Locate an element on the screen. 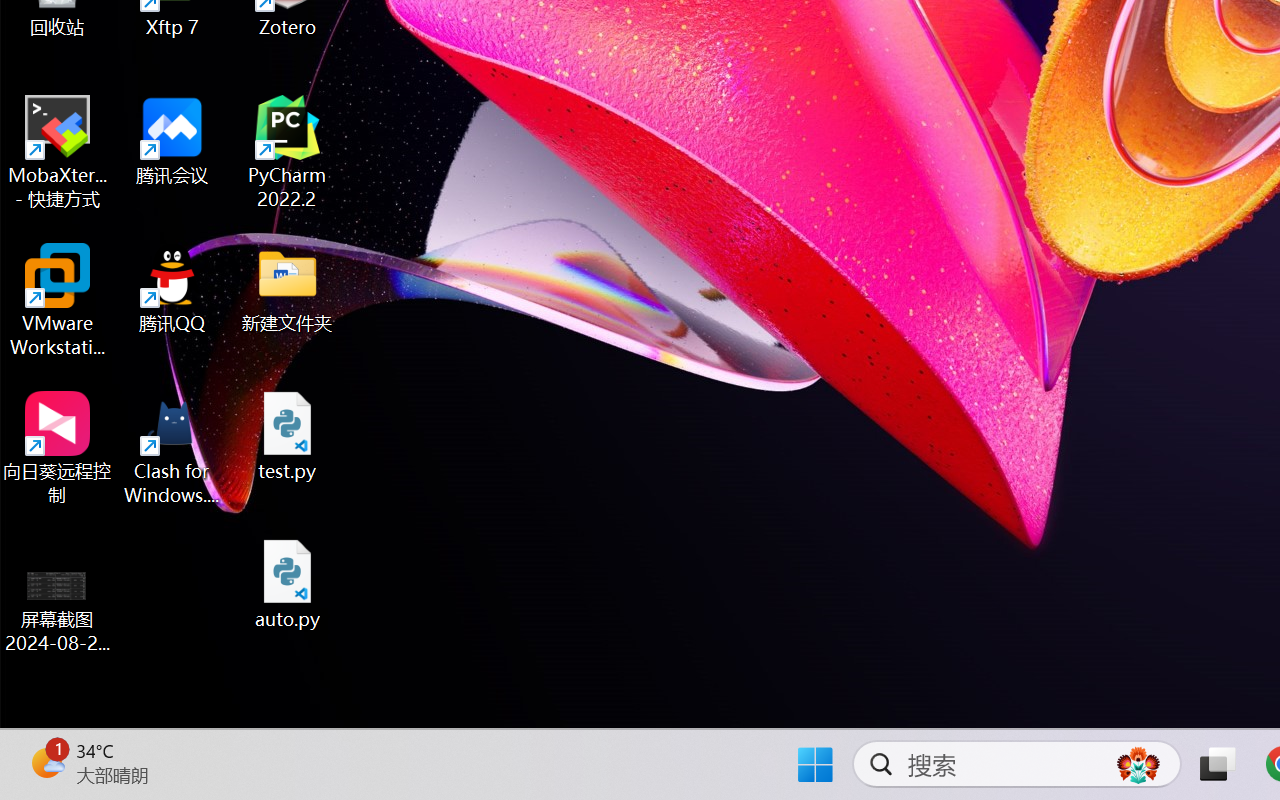  'auto.py' is located at coordinates (287, 583).